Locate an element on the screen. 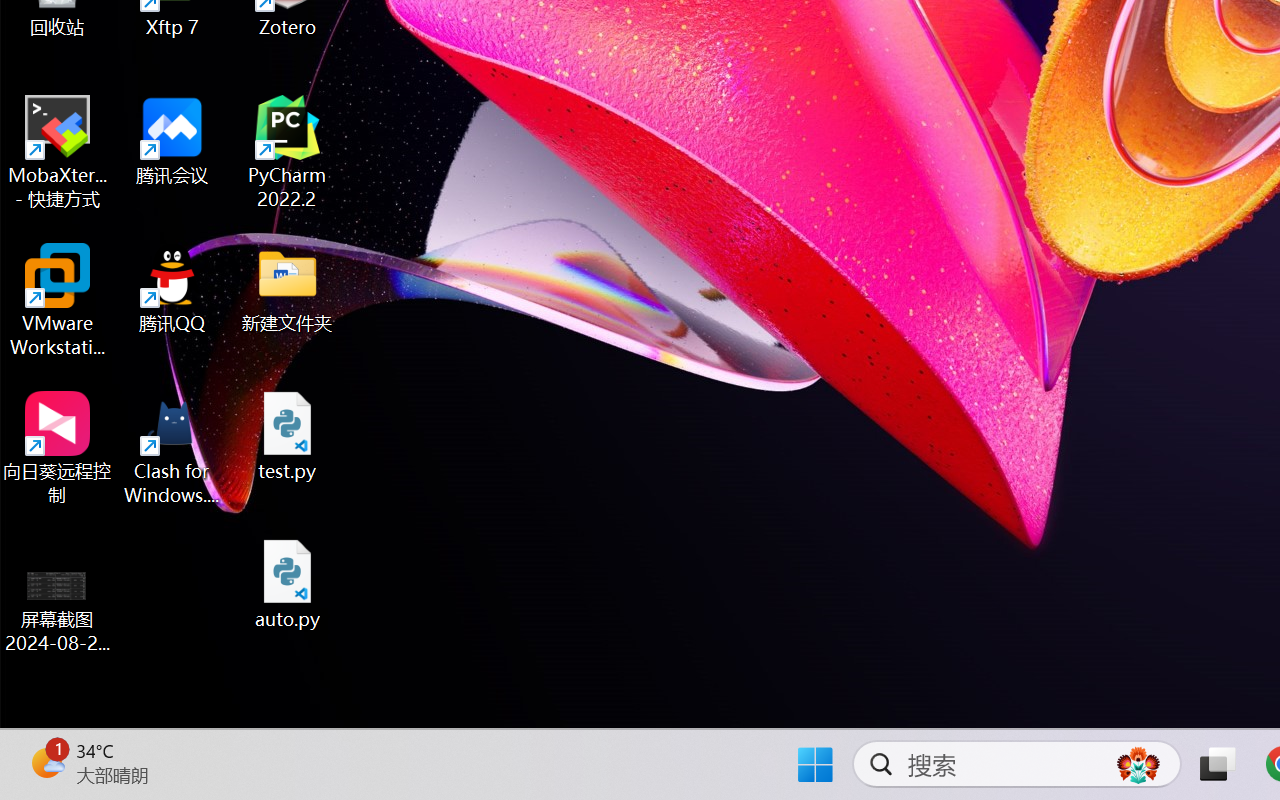  'auto.py' is located at coordinates (287, 583).